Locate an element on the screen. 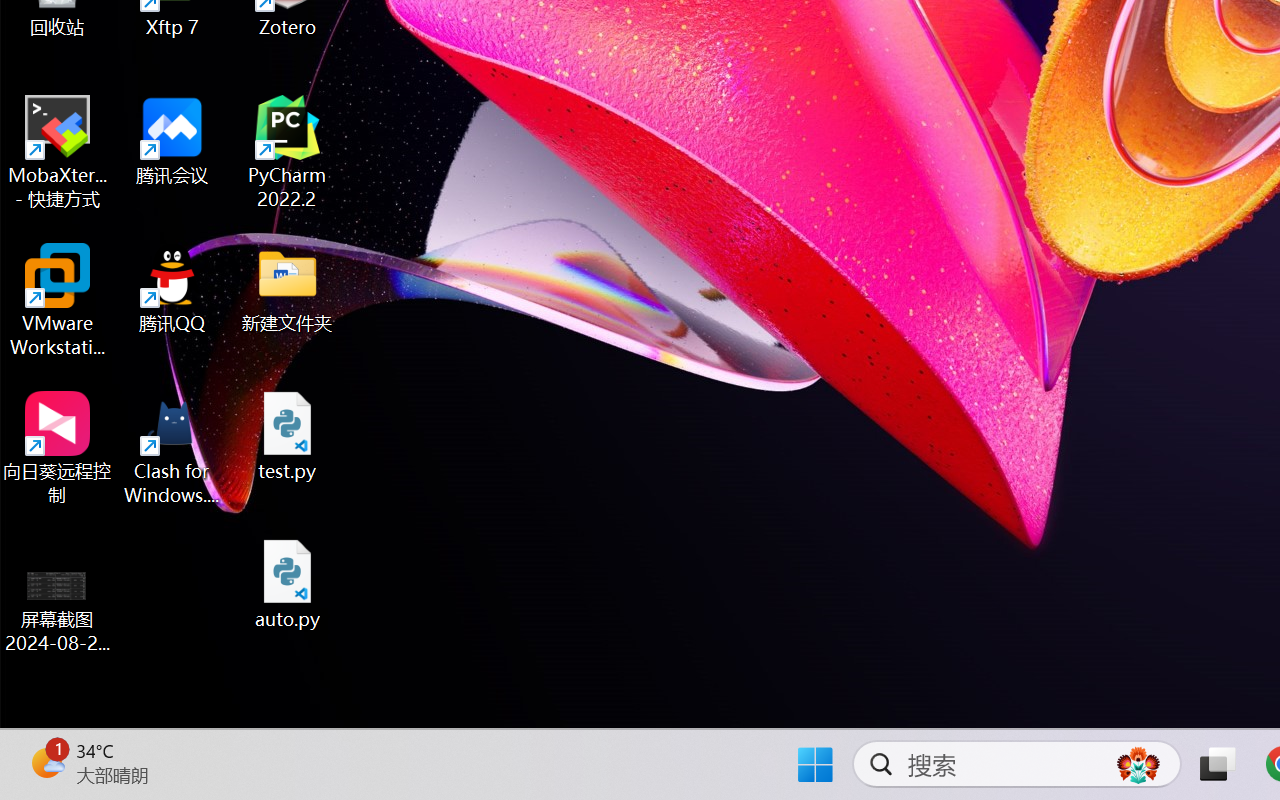  'auto.py' is located at coordinates (287, 583).